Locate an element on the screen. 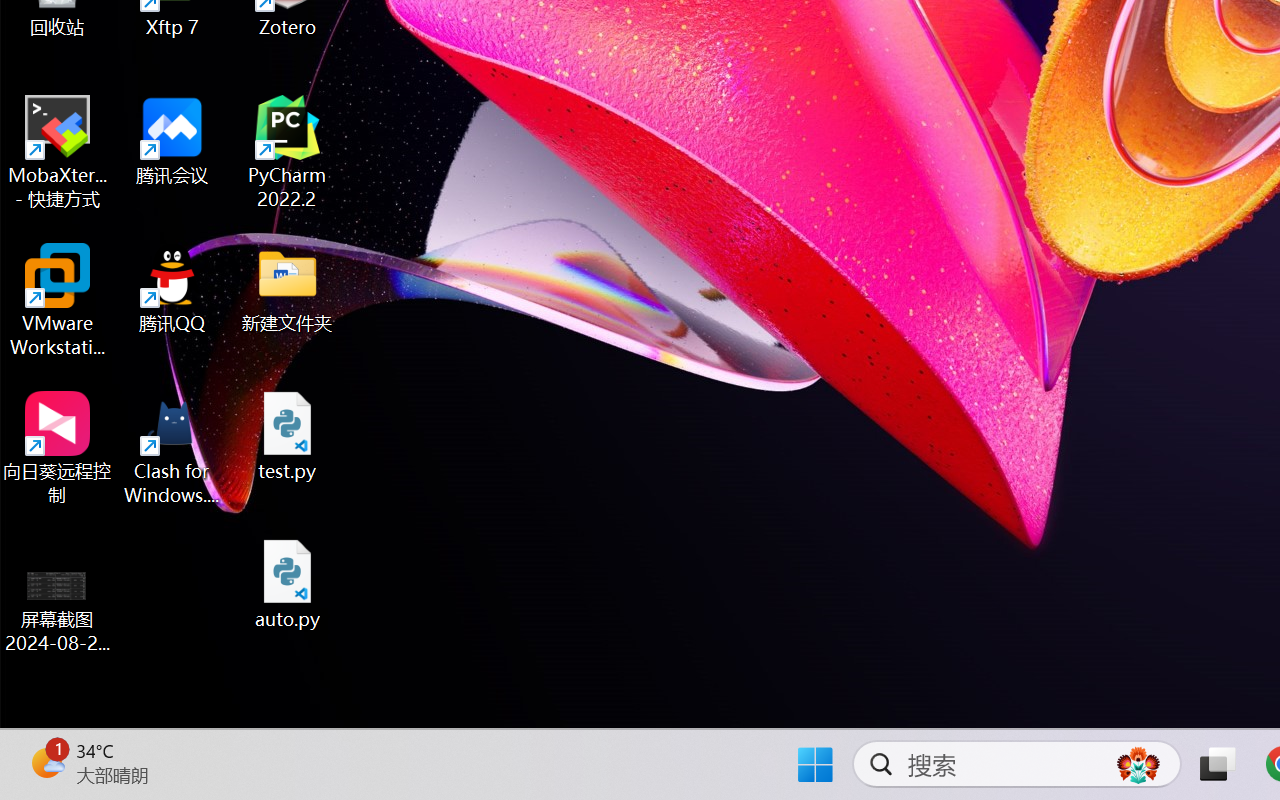  'auto.py' is located at coordinates (287, 583).